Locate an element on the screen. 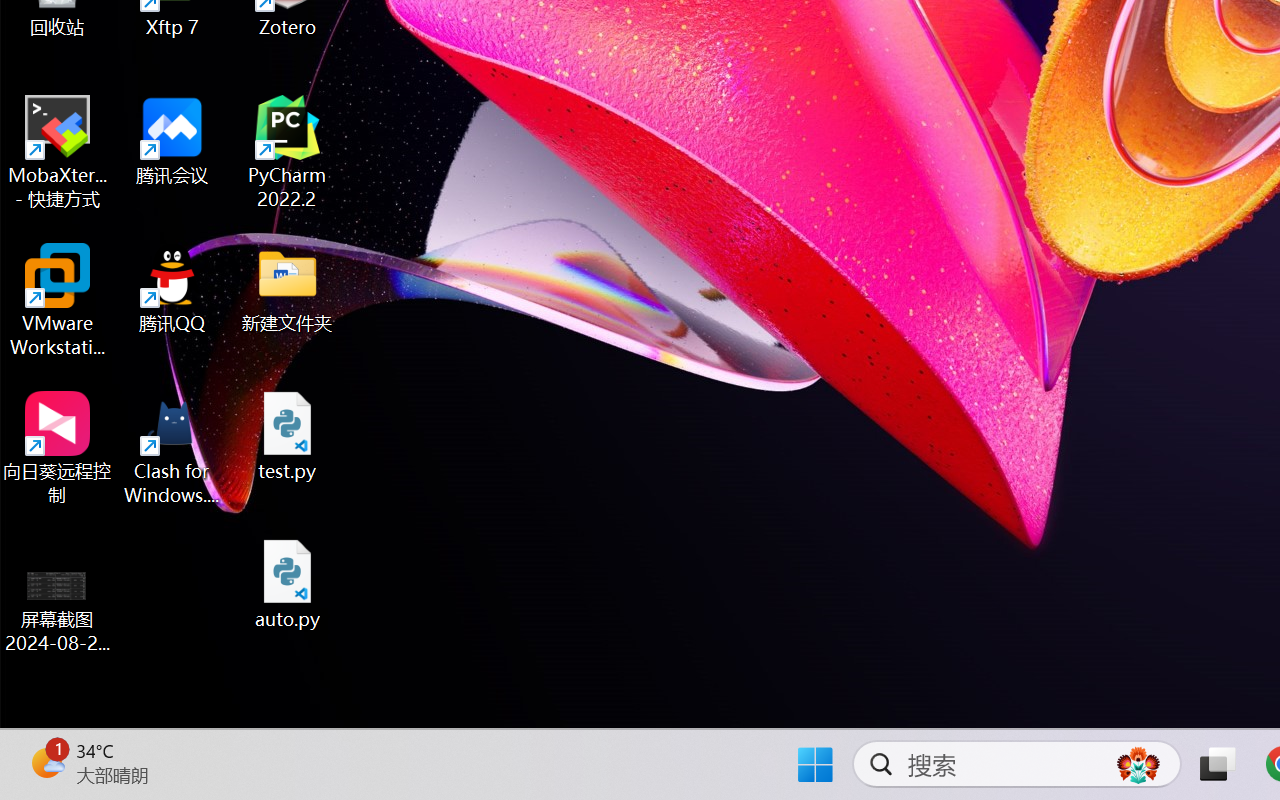  'auto.py' is located at coordinates (287, 583).